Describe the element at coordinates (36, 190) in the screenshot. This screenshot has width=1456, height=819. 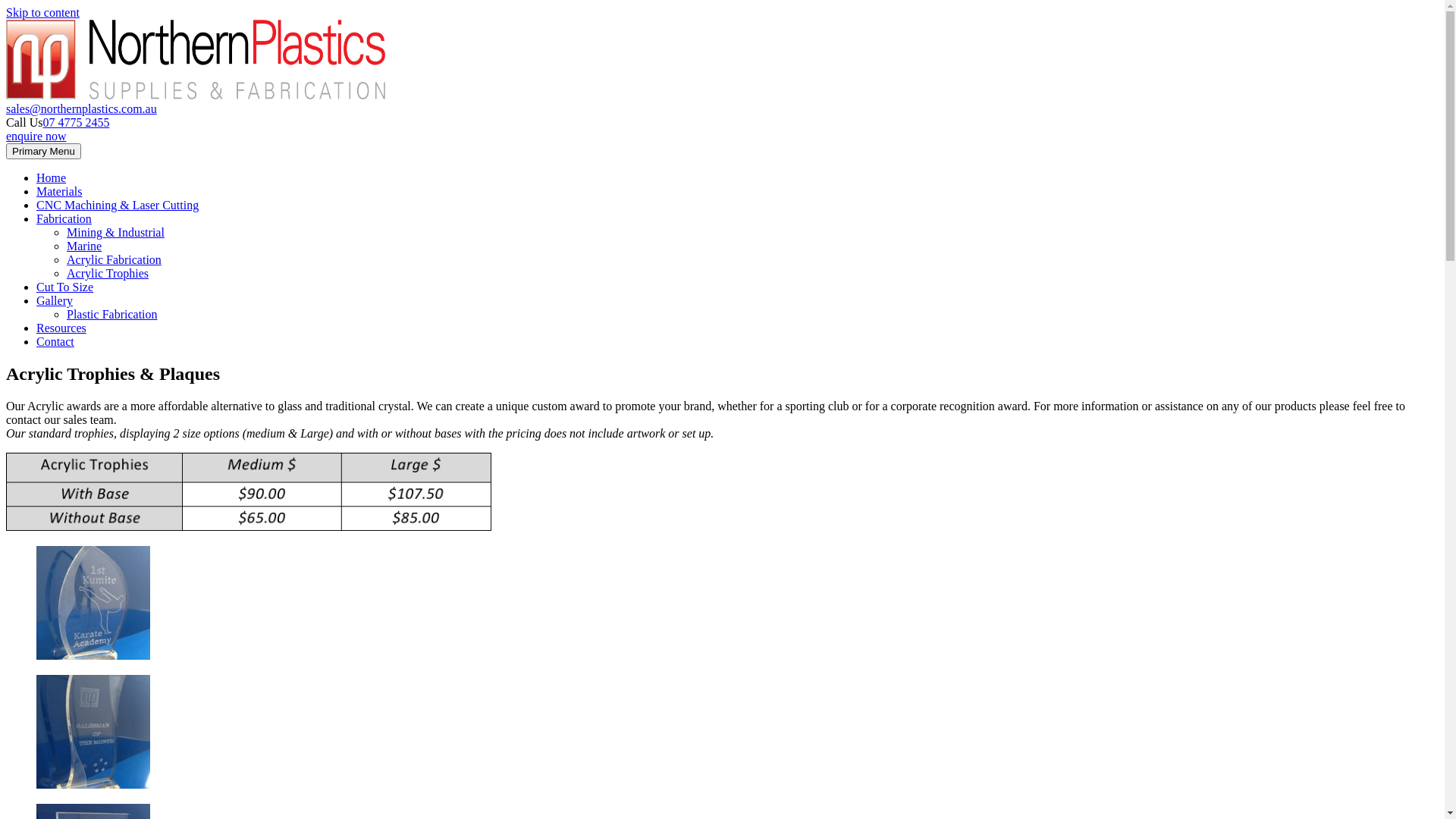
I see `'Materials'` at that location.